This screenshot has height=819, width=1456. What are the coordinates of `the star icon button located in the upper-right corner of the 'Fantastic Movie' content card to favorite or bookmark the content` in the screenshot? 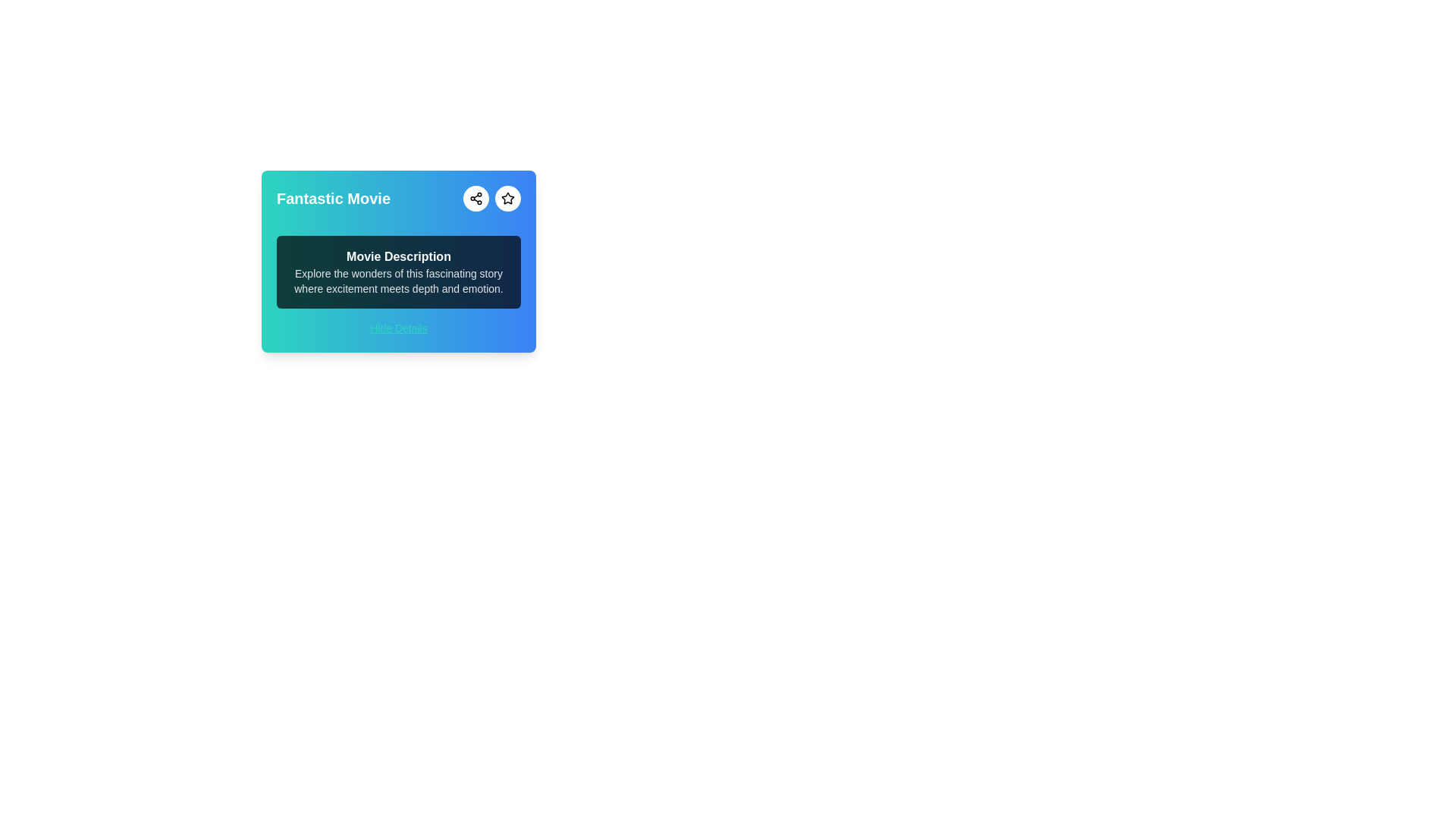 It's located at (508, 198).